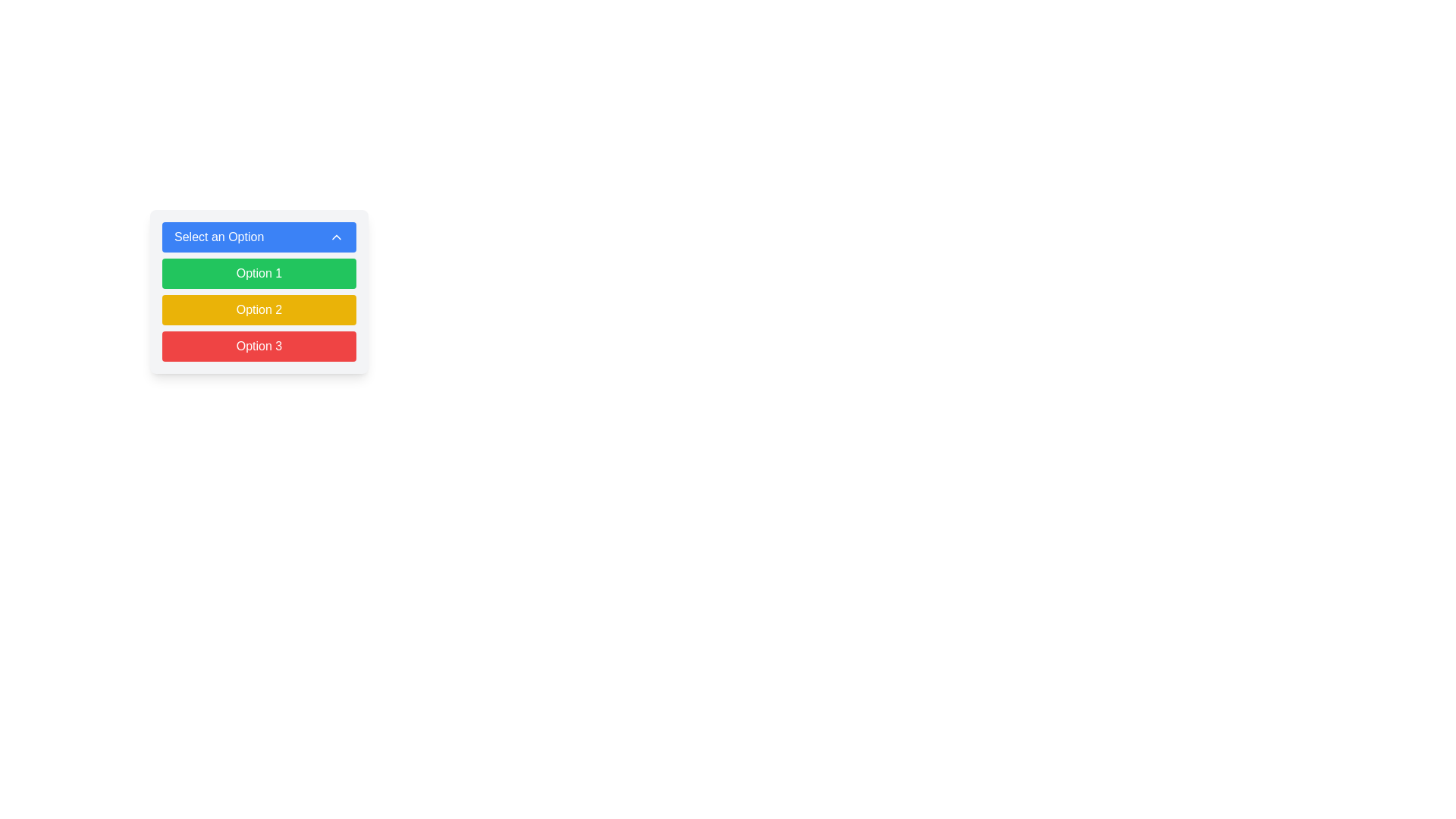 Image resolution: width=1456 pixels, height=819 pixels. I want to click on the 'Option 3' button, which is the third button in a vertically stacked list of buttons, so click(259, 346).